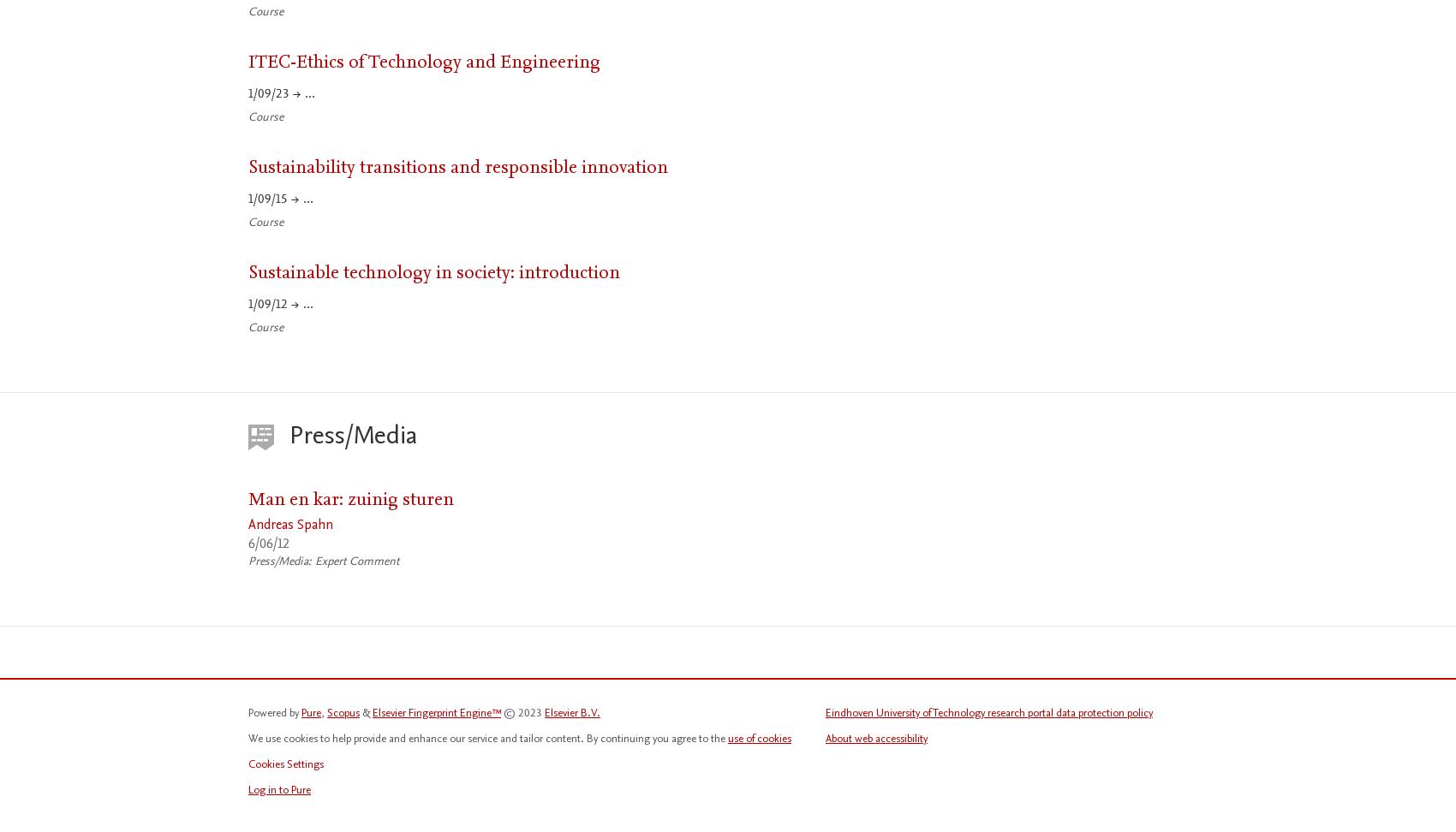  Describe the element at coordinates (248, 497) in the screenshot. I see `'Man en kar: zuinig sturen'` at that location.